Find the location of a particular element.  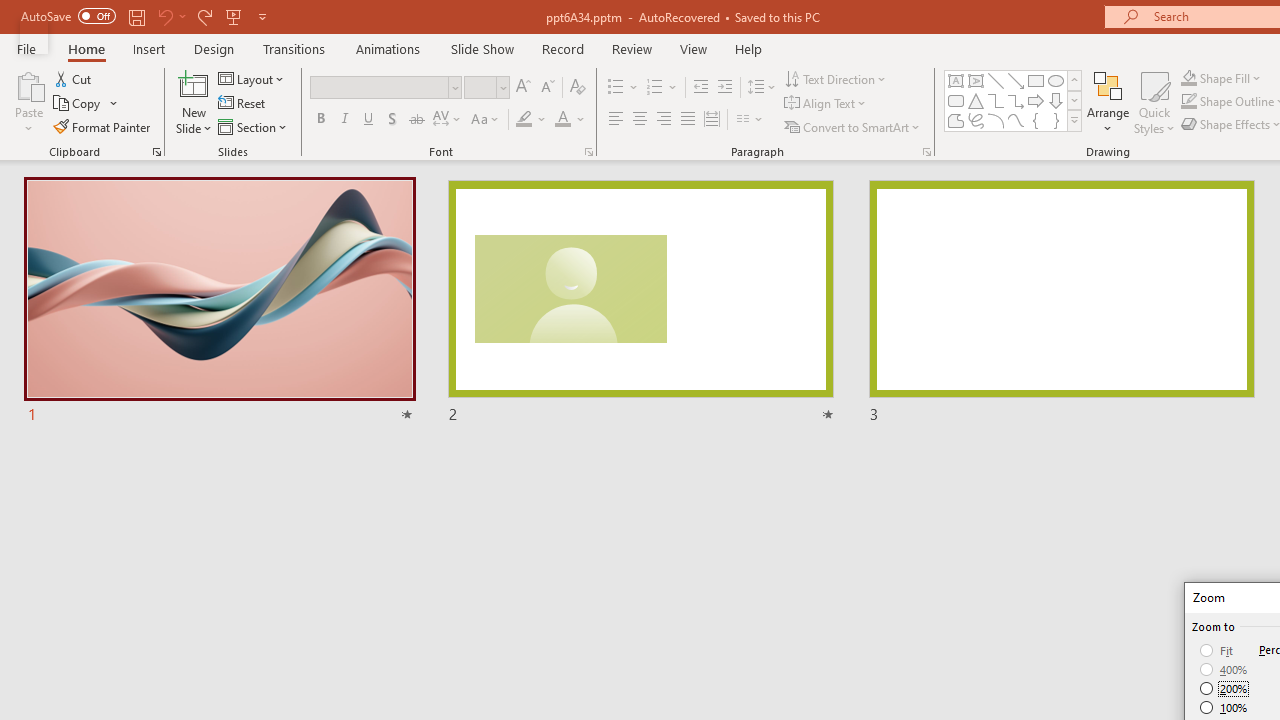

'Decrease Indent' is located at coordinates (700, 86).